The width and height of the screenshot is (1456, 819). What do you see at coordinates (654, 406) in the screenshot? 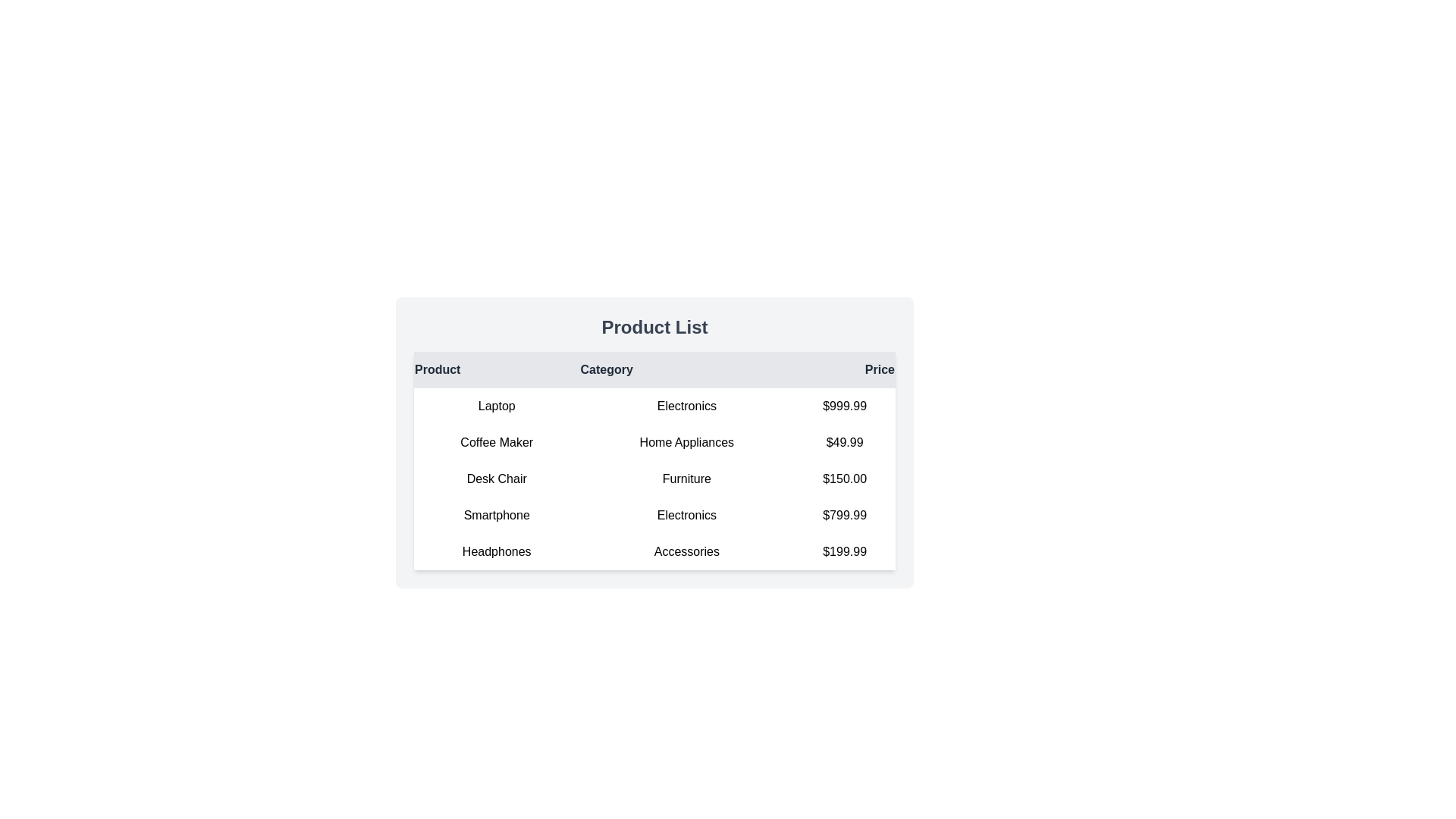
I see `the first row in the product table displaying details for an 'Electronics' product priced at $999.99` at bounding box center [654, 406].